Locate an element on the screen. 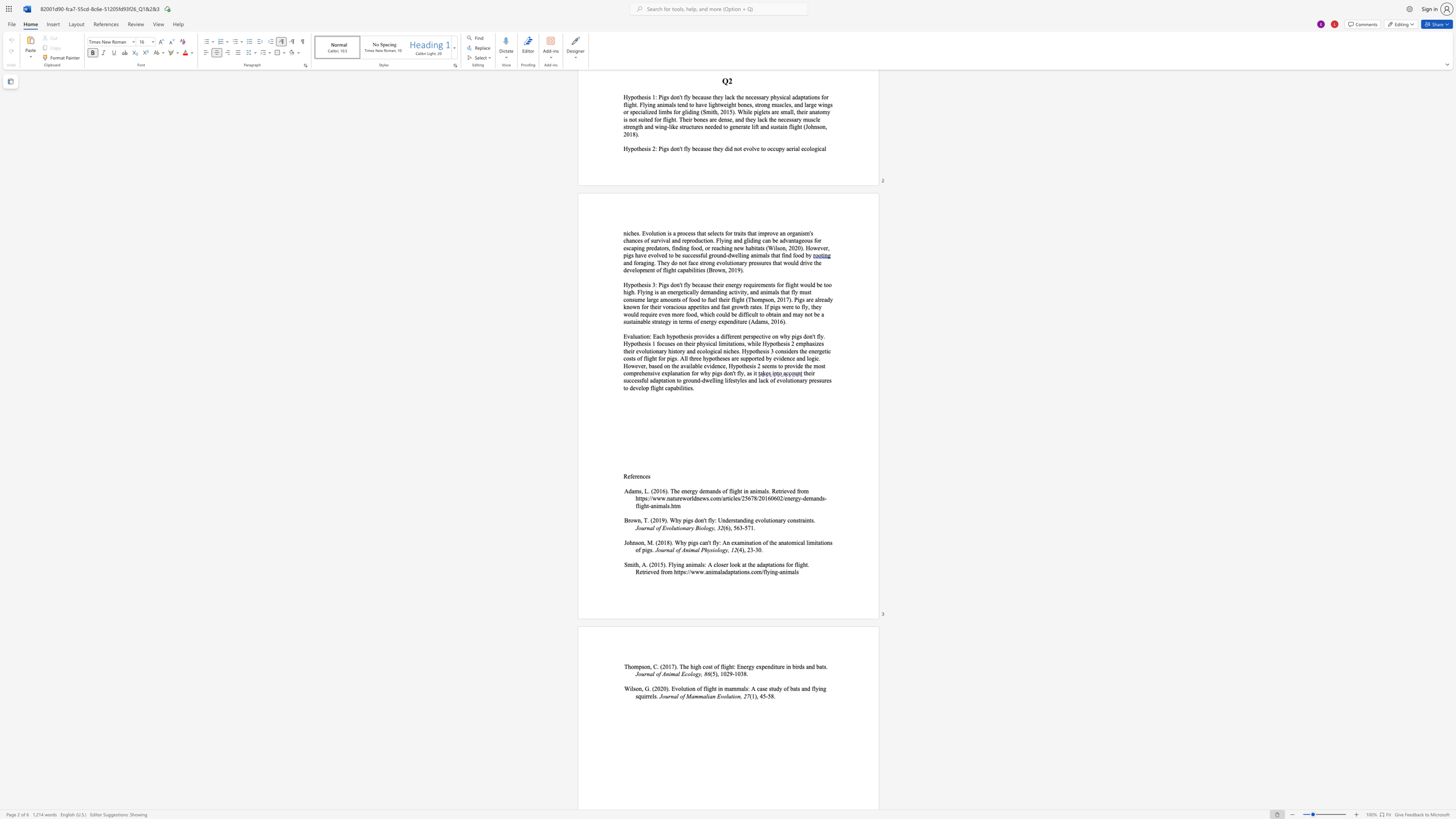  the subset text "evolutionary constra" within the text "fly: Understanding evolutionary constraints." is located at coordinates (755, 519).